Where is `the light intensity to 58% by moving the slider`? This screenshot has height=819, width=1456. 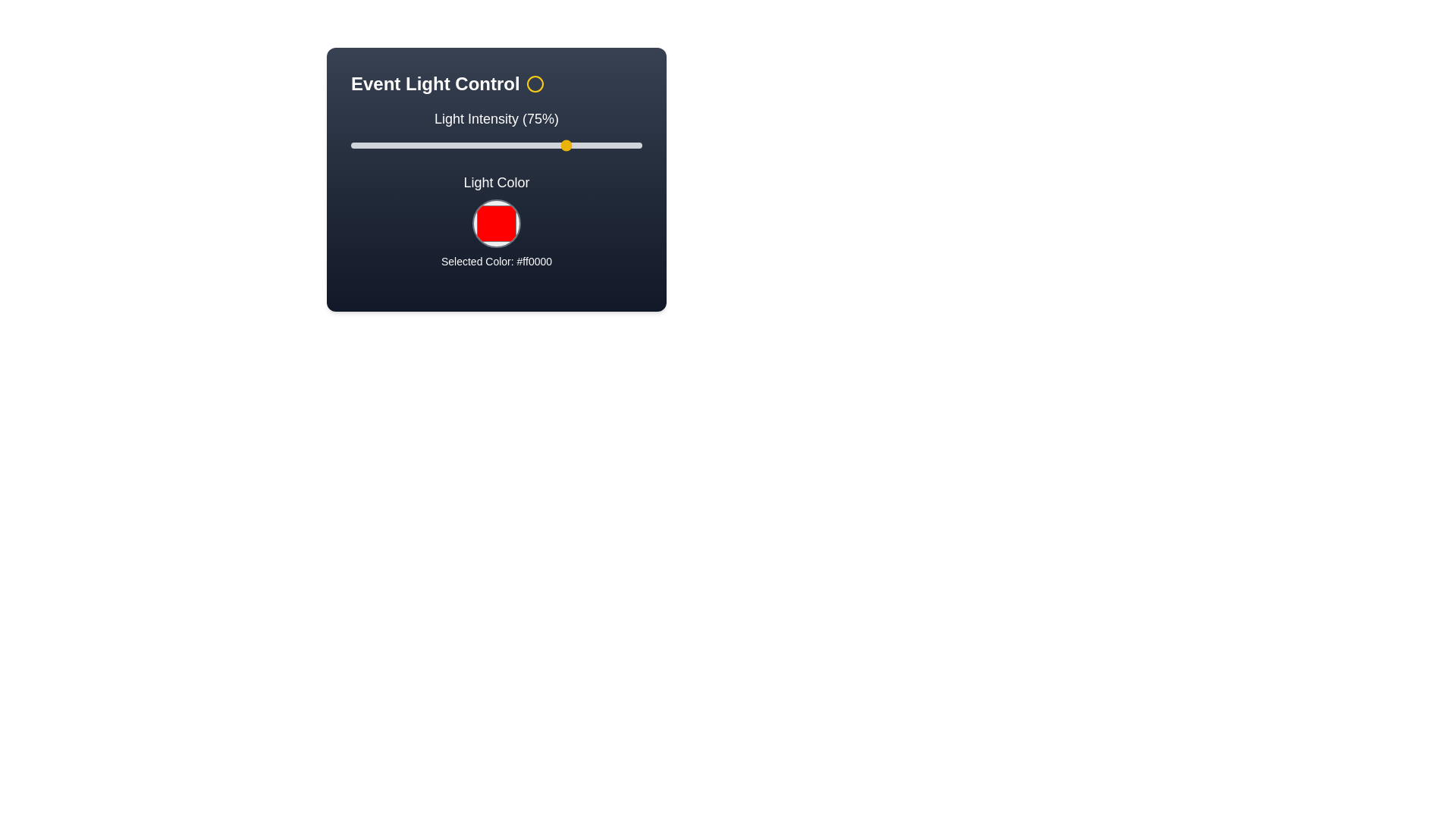 the light intensity to 58% by moving the slider is located at coordinates (519, 146).